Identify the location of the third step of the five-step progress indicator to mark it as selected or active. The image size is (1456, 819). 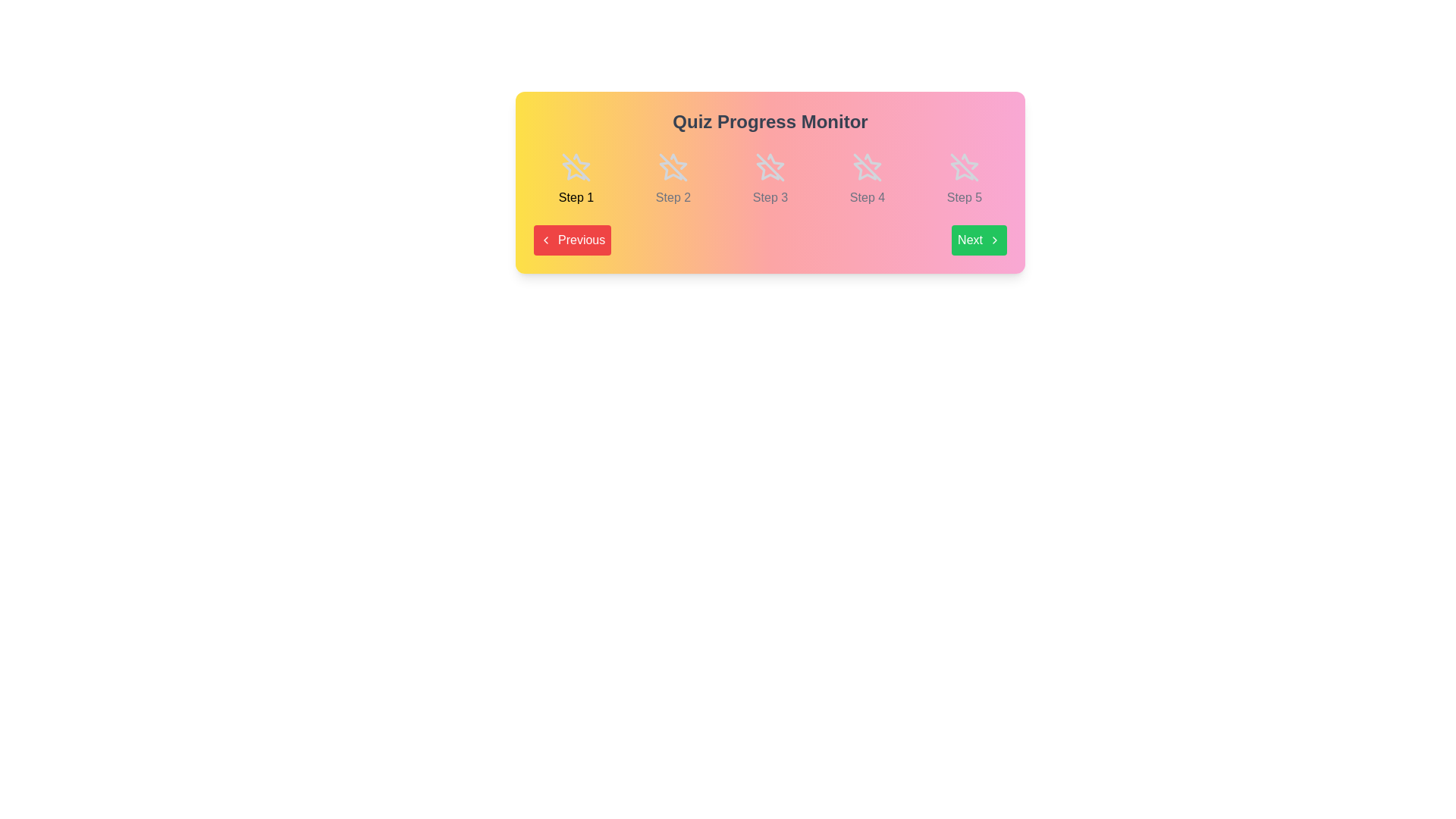
(770, 178).